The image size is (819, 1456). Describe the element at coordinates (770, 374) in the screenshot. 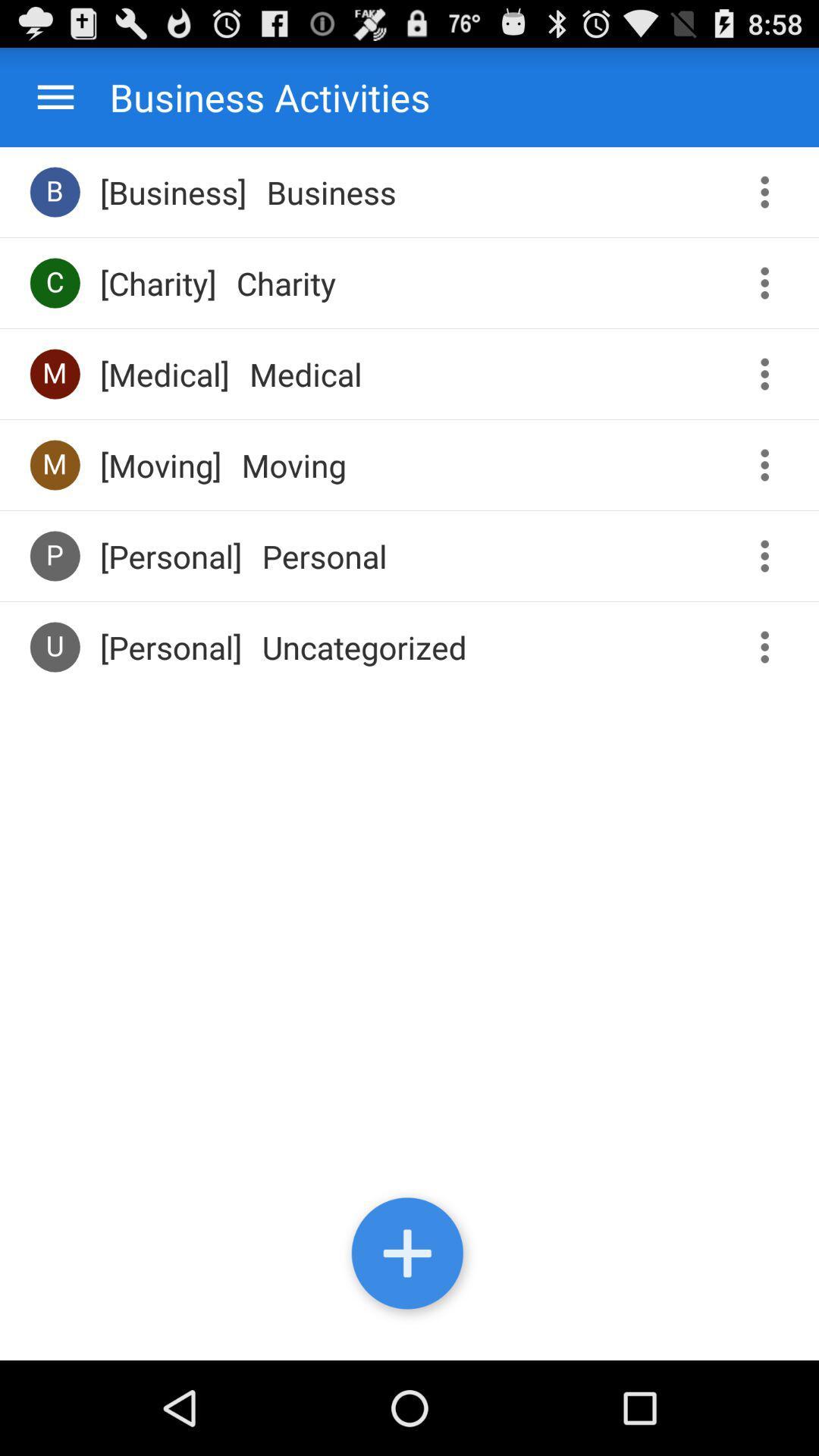

I see `edit options` at that location.